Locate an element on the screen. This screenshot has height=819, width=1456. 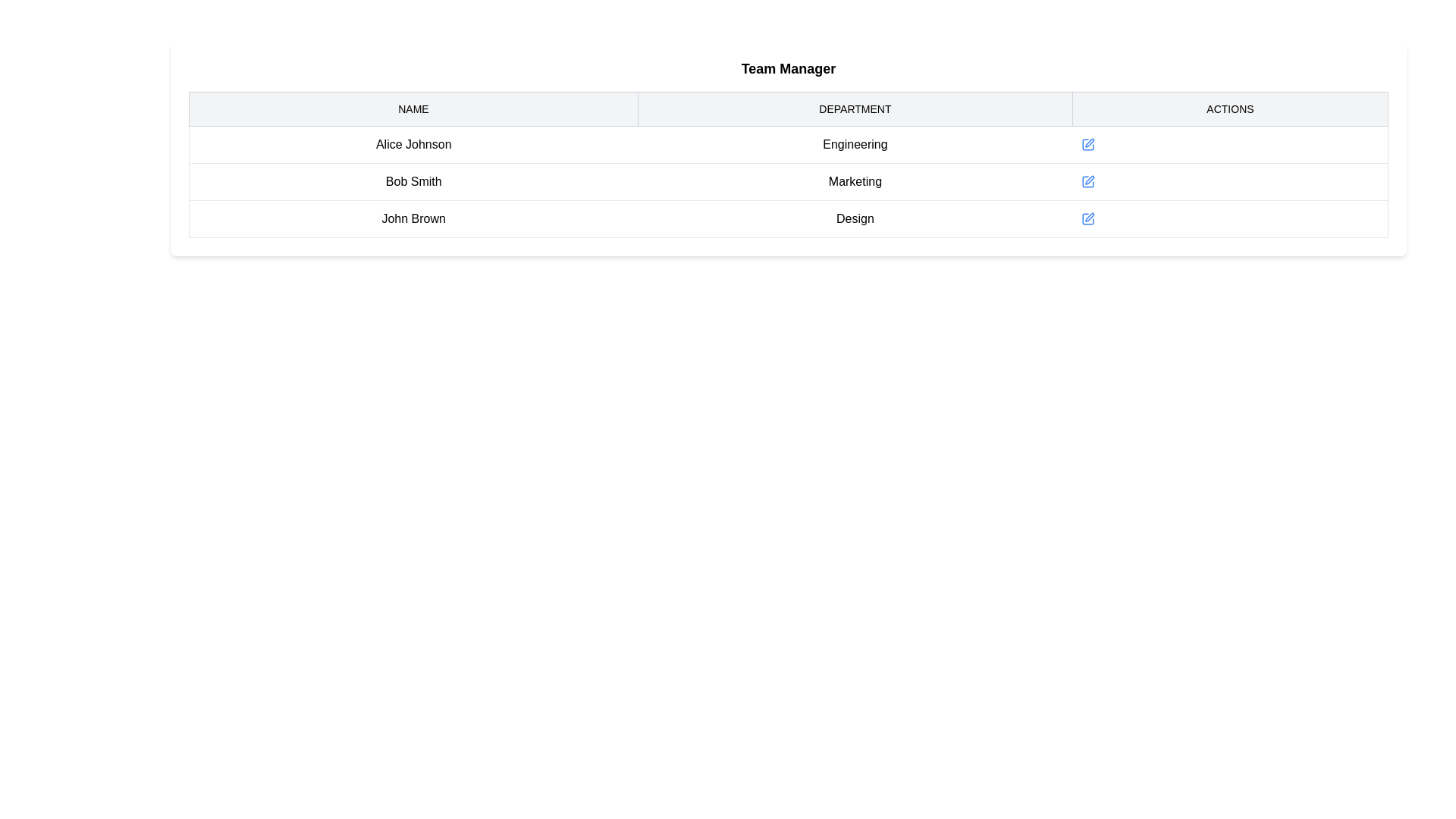
the compact square-like icon with a blue outline located in the 'Actions' column, third row of the table, adjacent to the 'Design' department is located at coordinates (1087, 219).